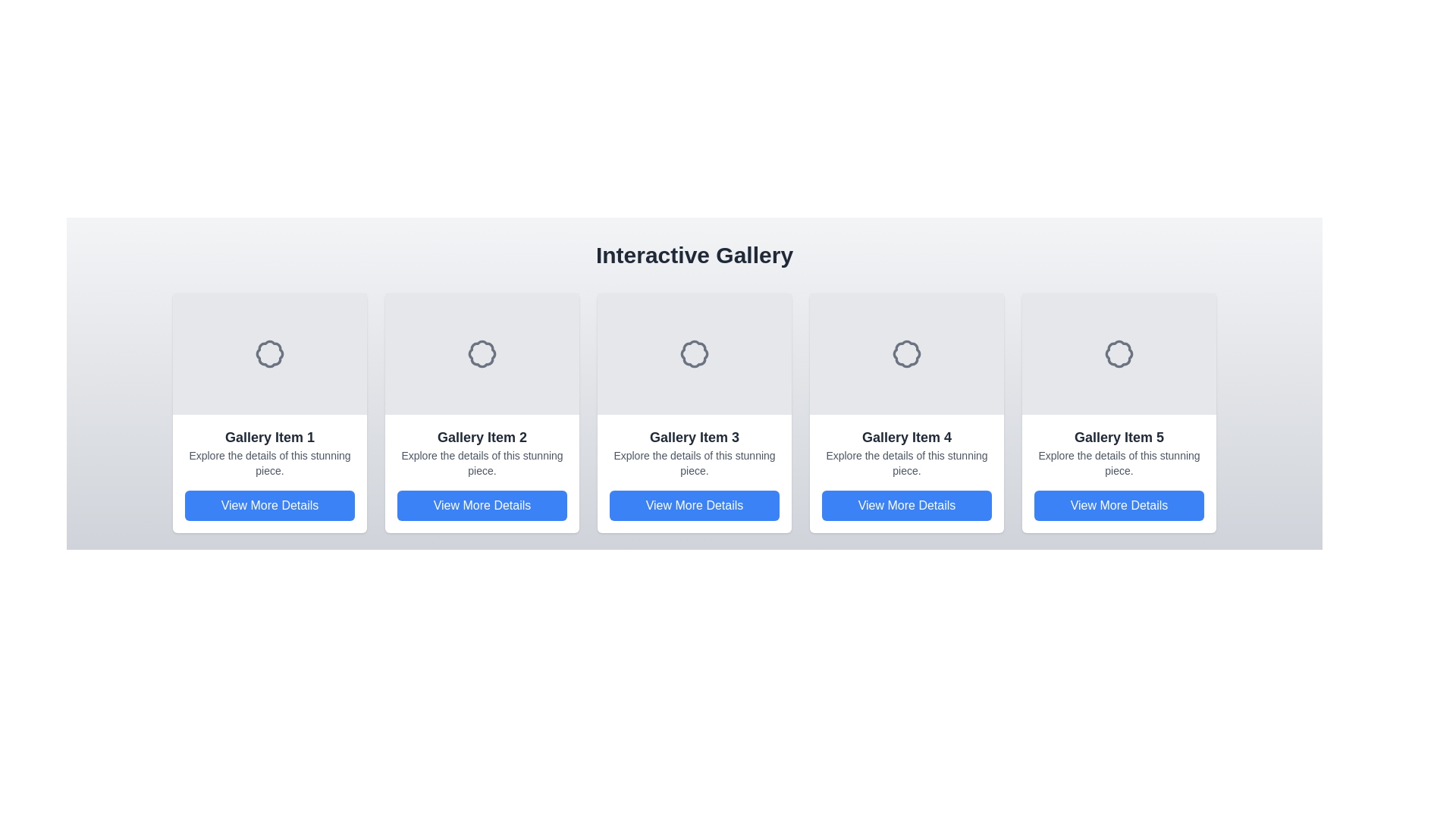  I want to click on title text of the first card in the grid layout, which is centrally aligned at the top section of the card, so click(269, 438).